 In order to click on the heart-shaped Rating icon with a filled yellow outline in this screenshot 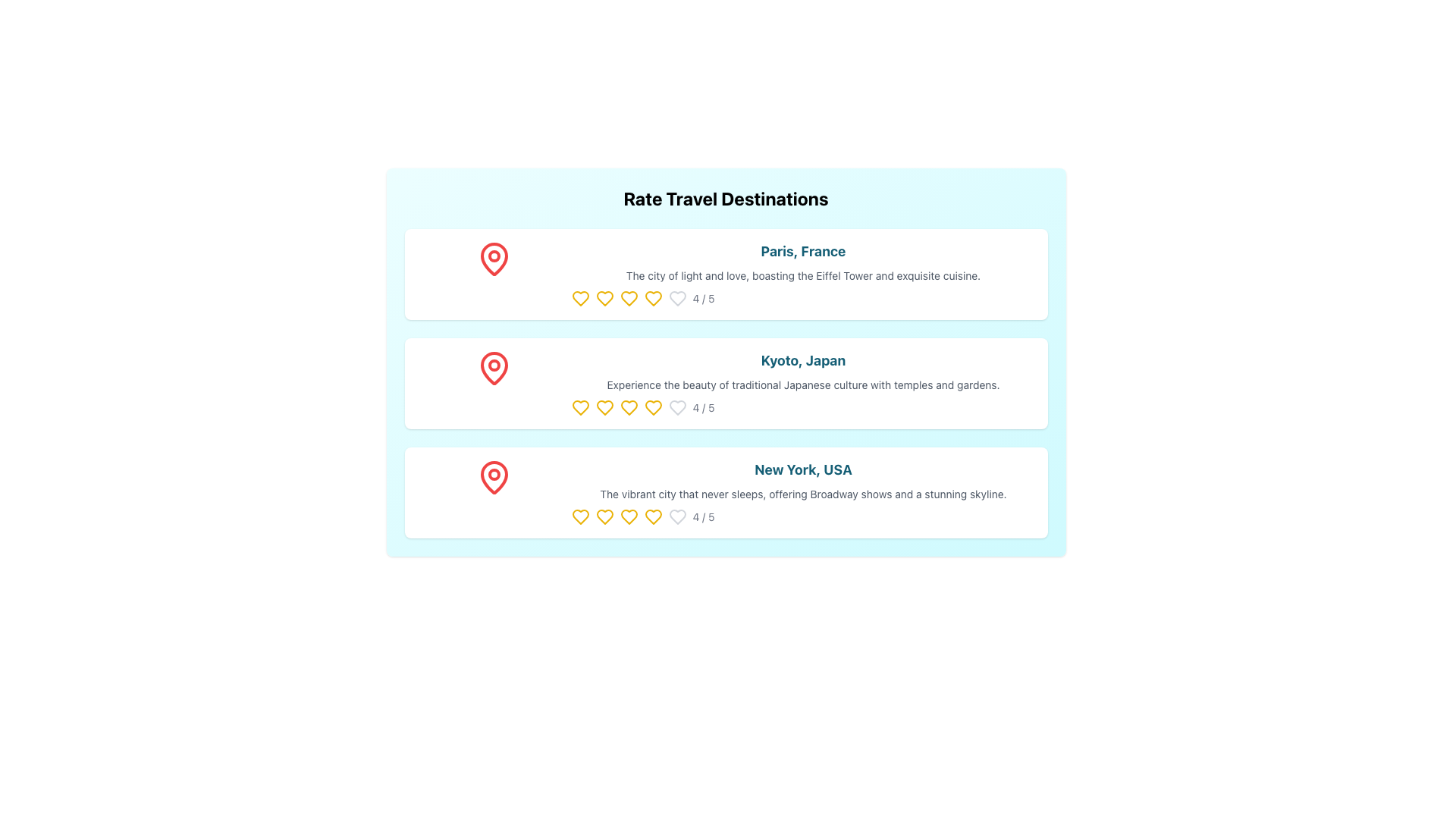, I will do `click(604, 406)`.